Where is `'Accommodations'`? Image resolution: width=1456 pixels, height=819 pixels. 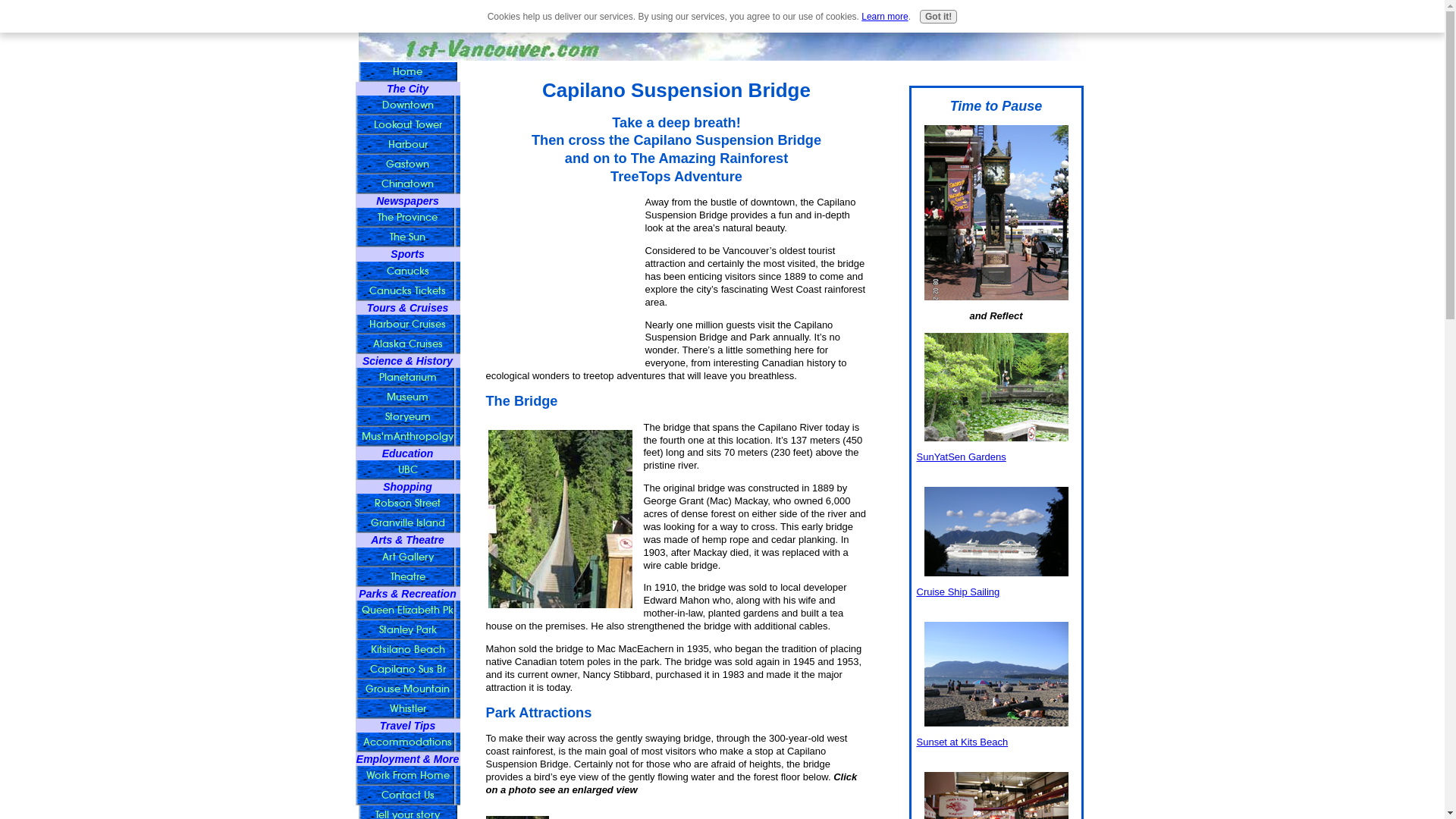
'Accommodations' is located at coordinates (407, 742).